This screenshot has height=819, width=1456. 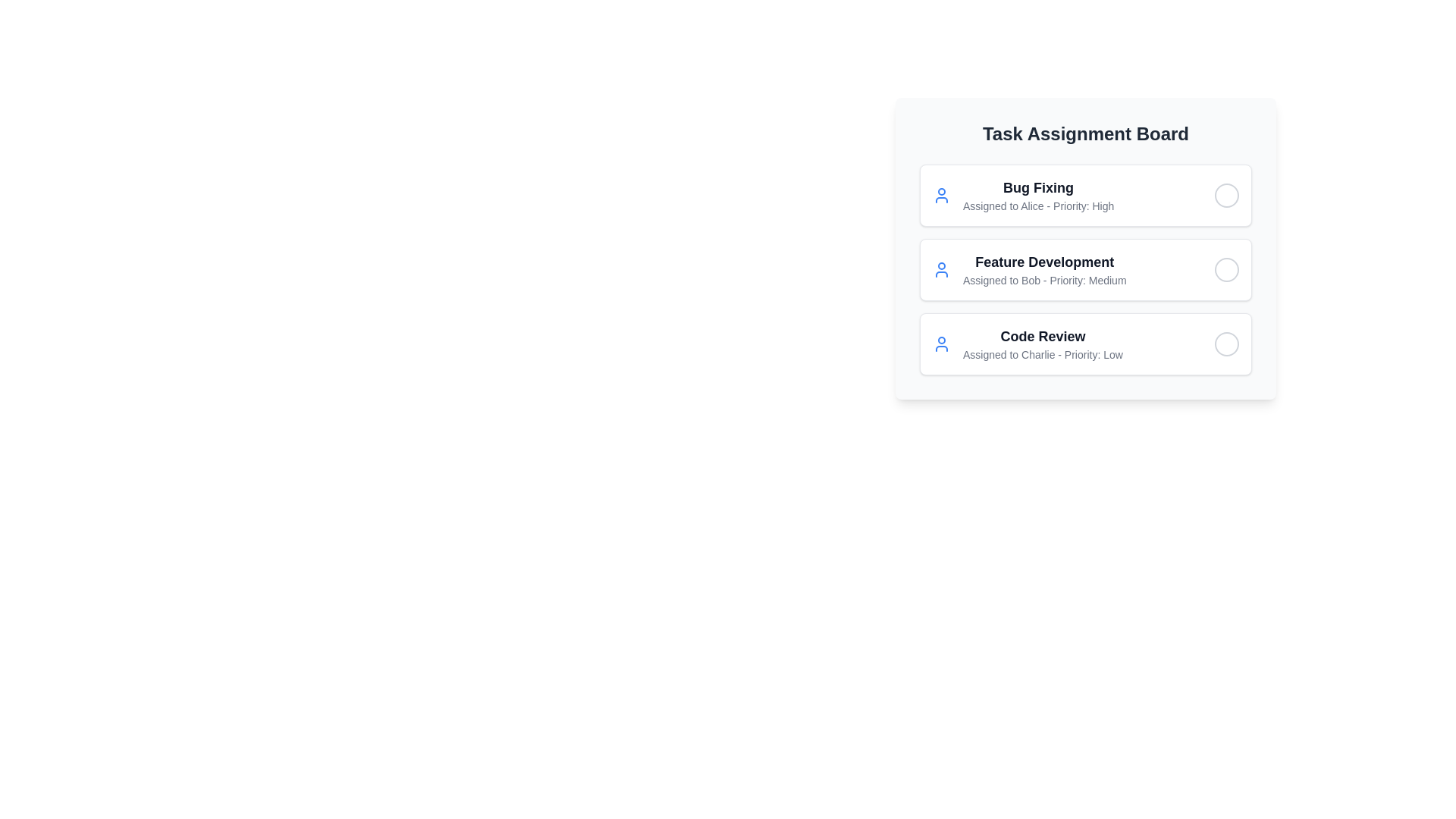 I want to click on the user profile icon, which is a small blue rounded shape representing a user's head and shoulders, located to the left of the text 'Assigned to Charlie - Priority: Low' in the 'Code Review' task list, so click(x=941, y=344).